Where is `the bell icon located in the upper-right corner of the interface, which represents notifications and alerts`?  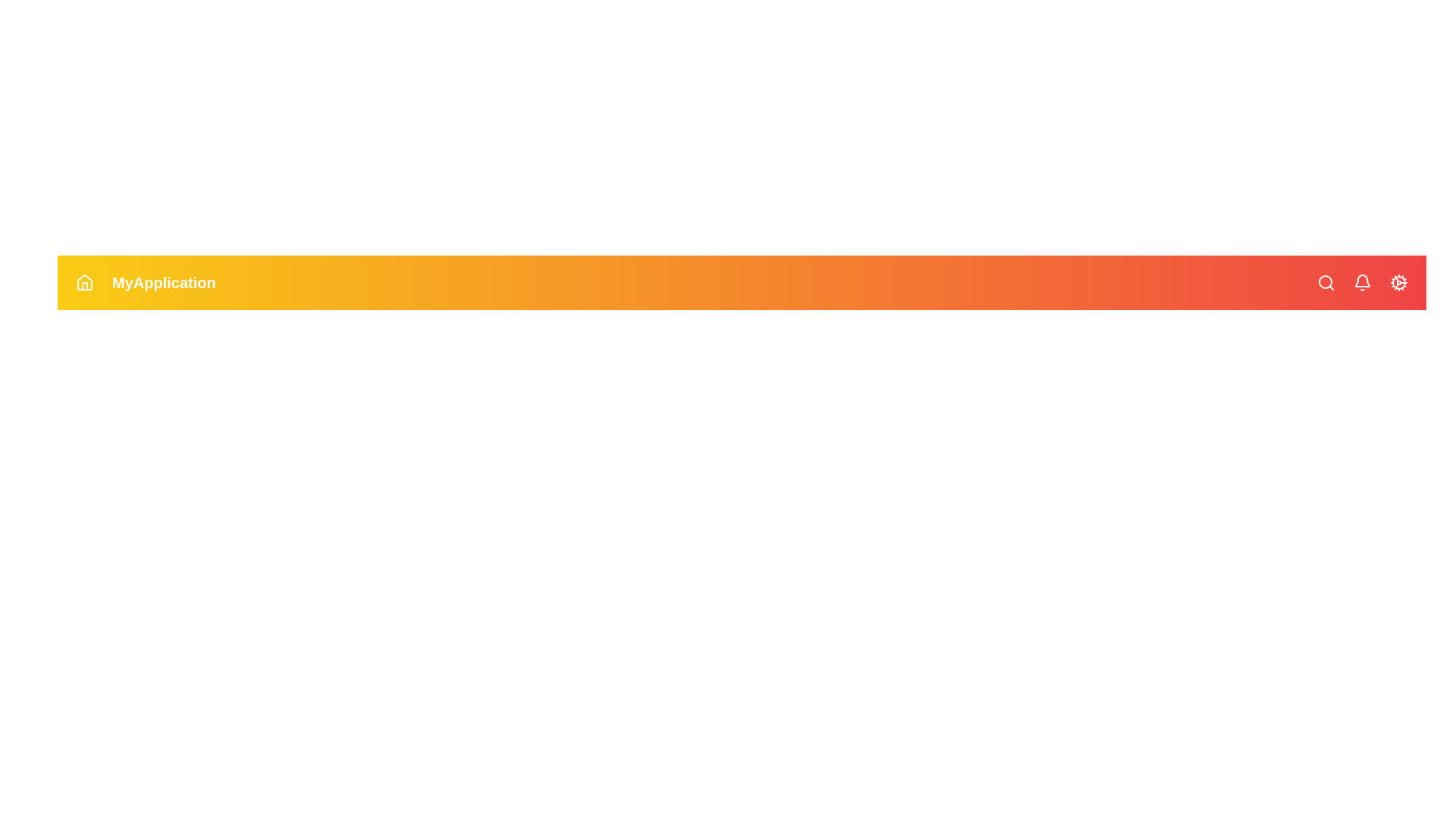 the bell icon located in the upper-right corner of the interface, which represents notifications and alerts is located at coordinates (1362, 281).